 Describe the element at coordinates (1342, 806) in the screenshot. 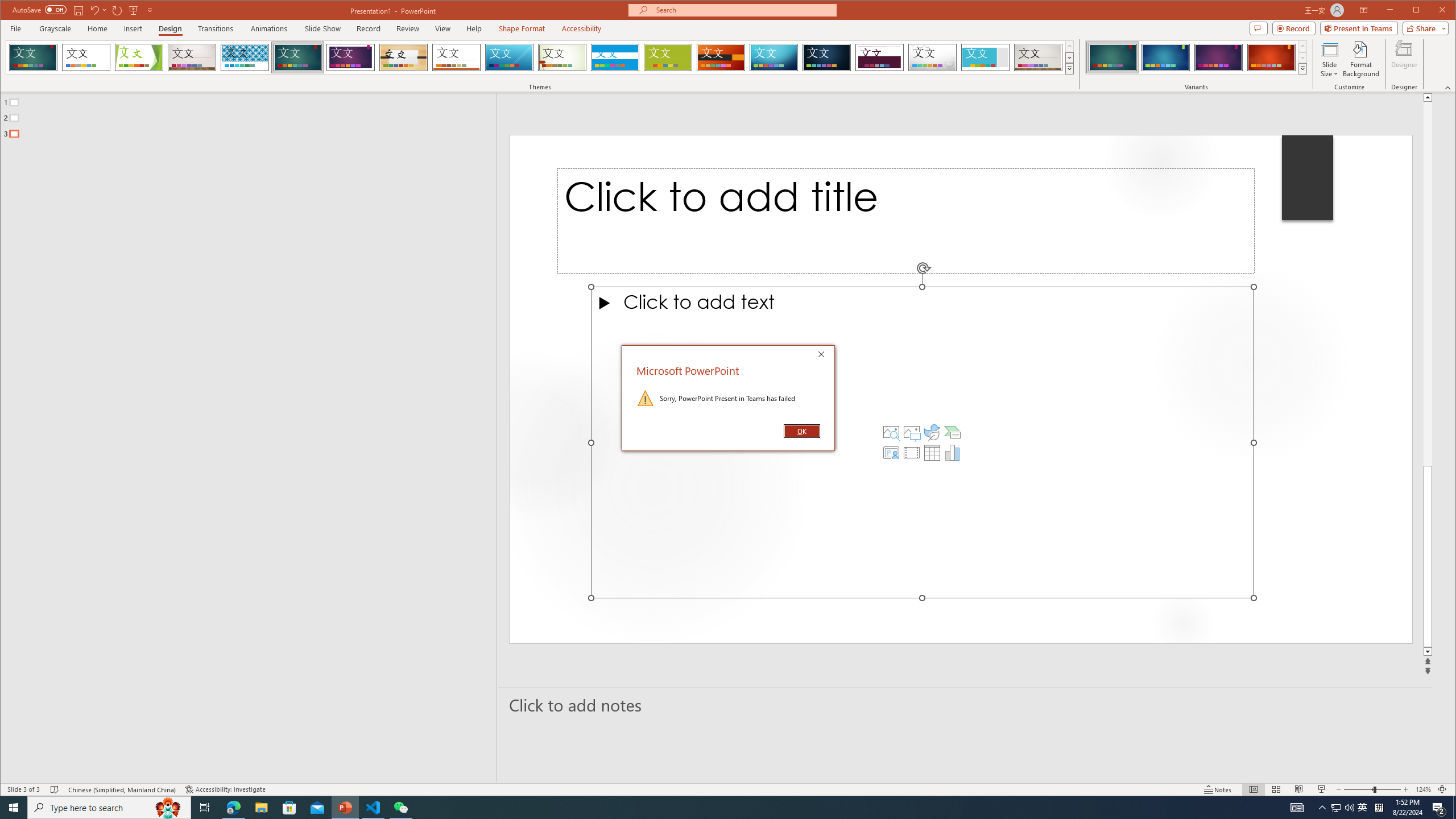

I see `'User Promoted Notification Area'` at that location.